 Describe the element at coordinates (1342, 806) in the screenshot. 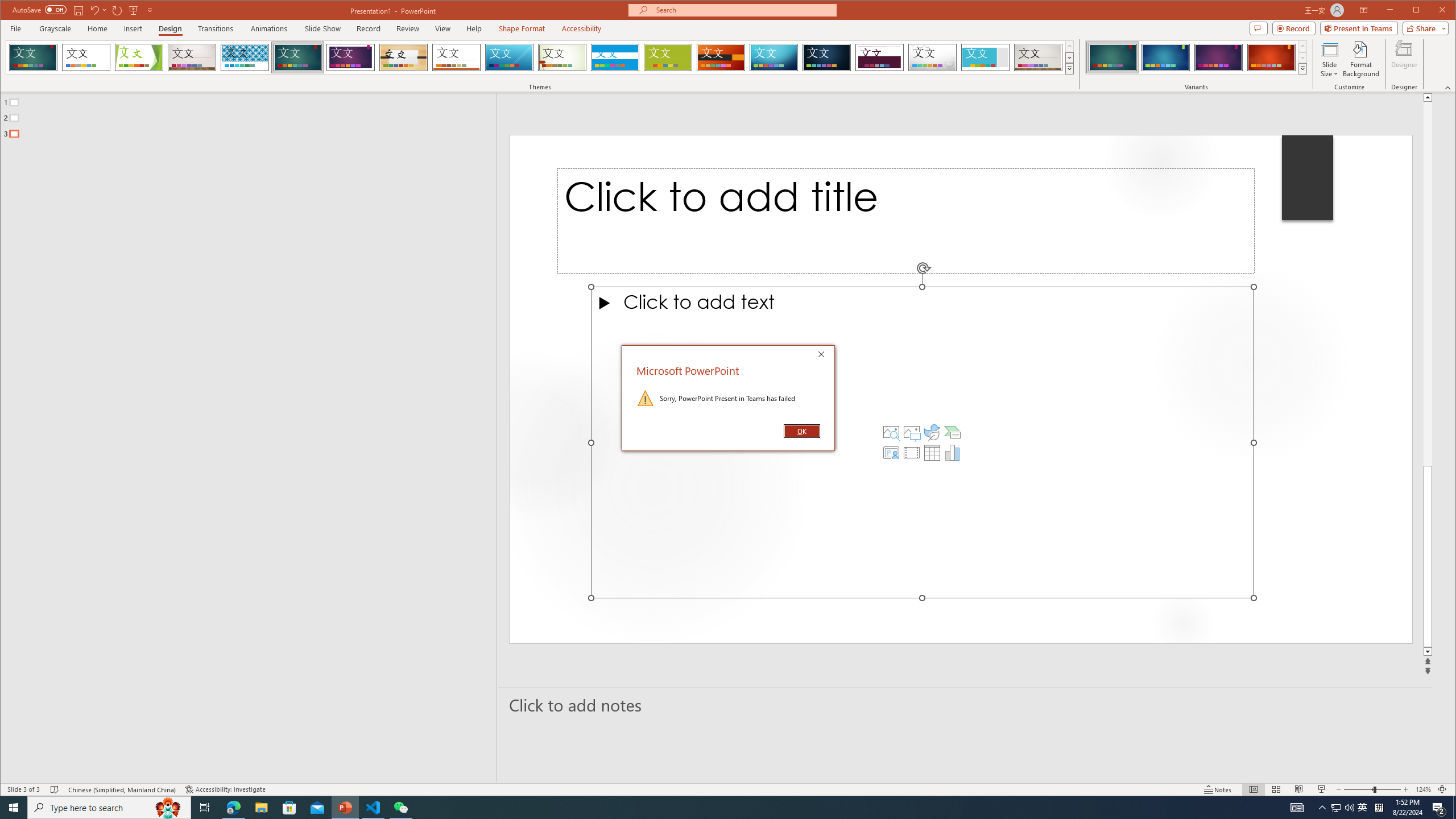

I see `'User Promoted Notification Area'` at that location.